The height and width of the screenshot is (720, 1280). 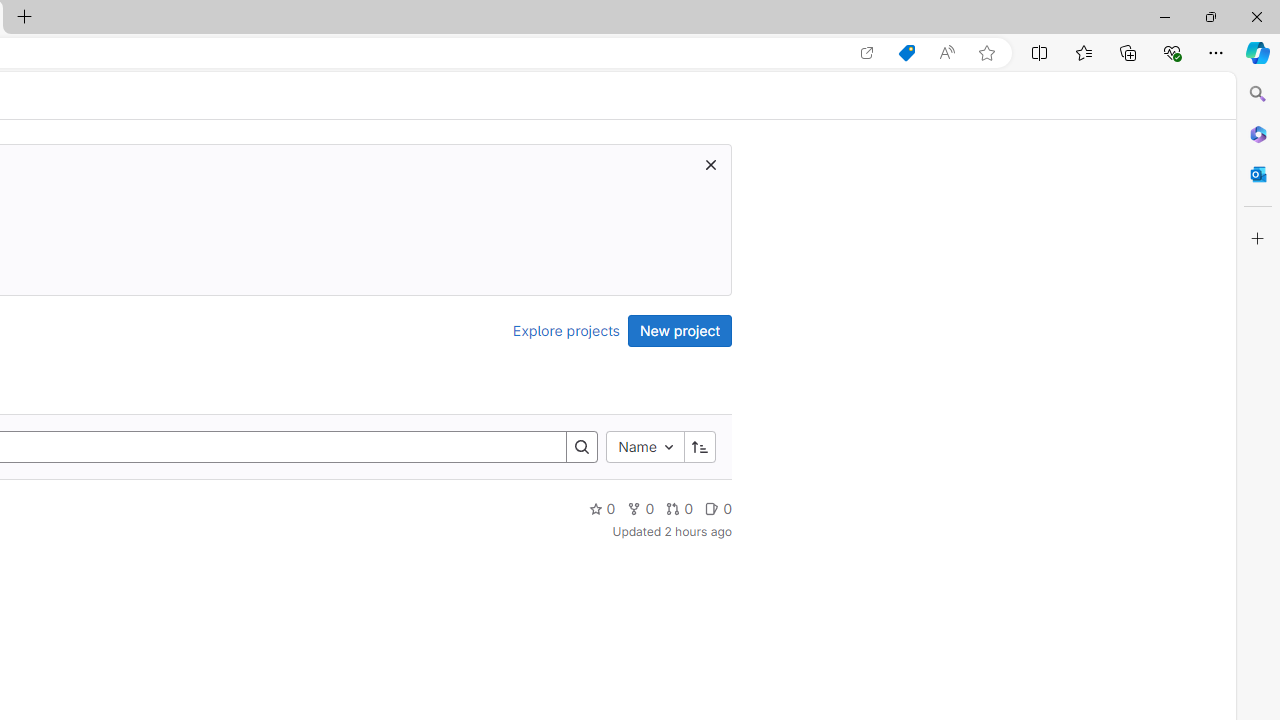 I want to click on 'Class: s14 gl-mr-2', so click(x=712, y=507).